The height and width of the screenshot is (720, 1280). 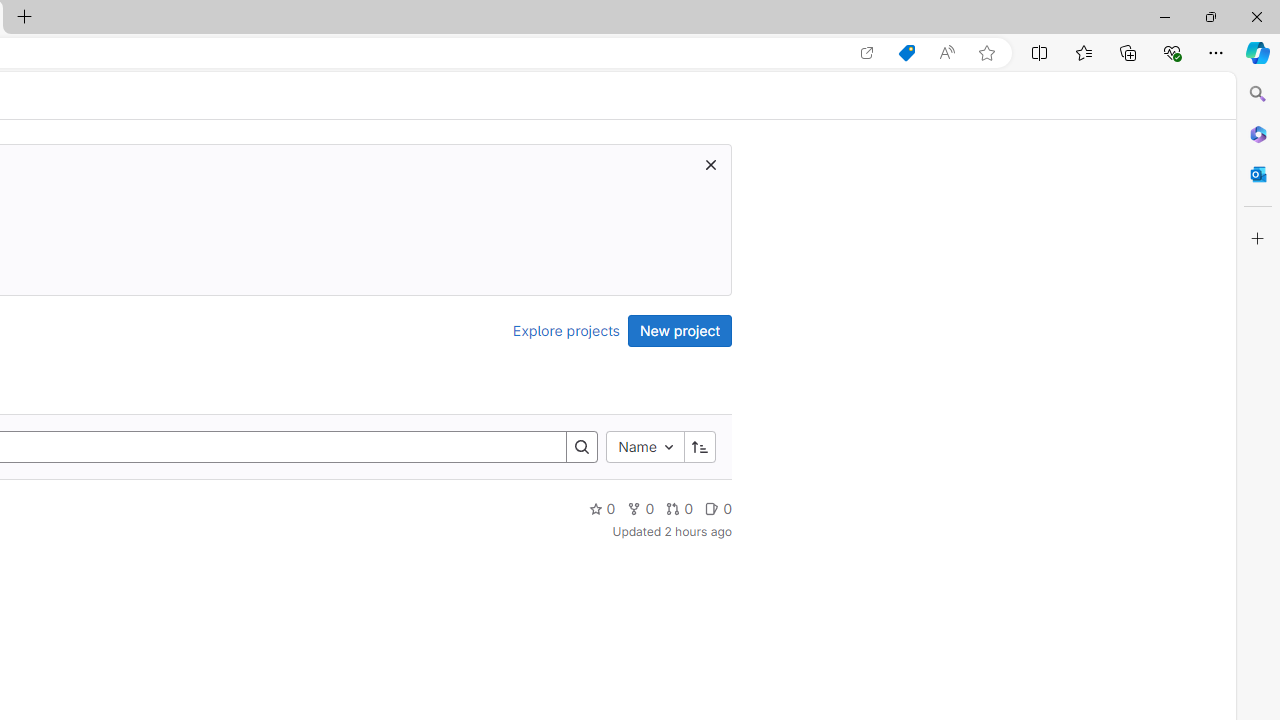 I want to click on 'Class: s14 gl-mr-2', so click(x=712, y=507).